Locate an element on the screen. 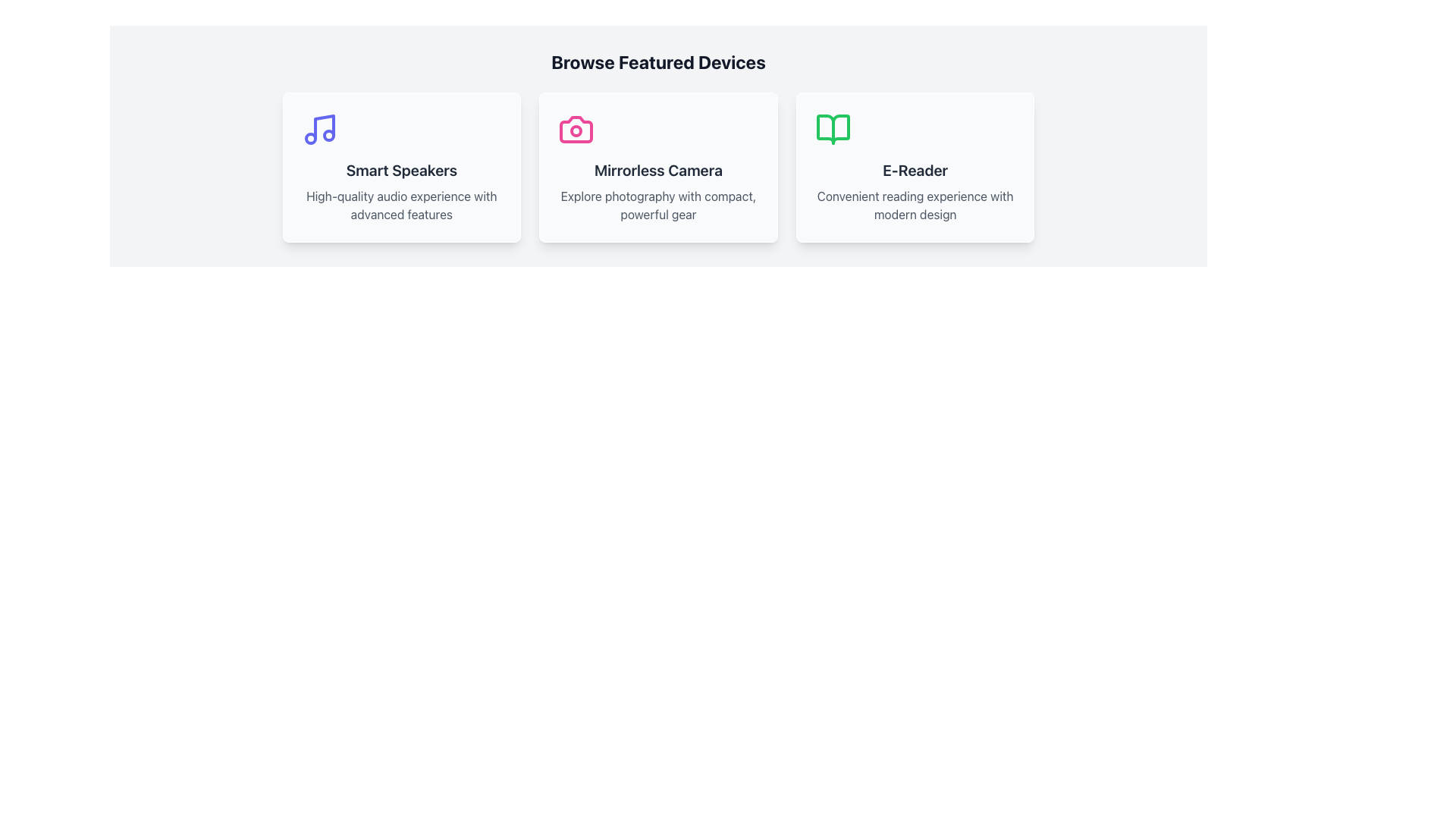  the stylized camera icon with a pink outline and circular lens, located above the 'Mirrorless Camera' card in the 'Browse Featured Devices' section is located at coordinates (576, 128).